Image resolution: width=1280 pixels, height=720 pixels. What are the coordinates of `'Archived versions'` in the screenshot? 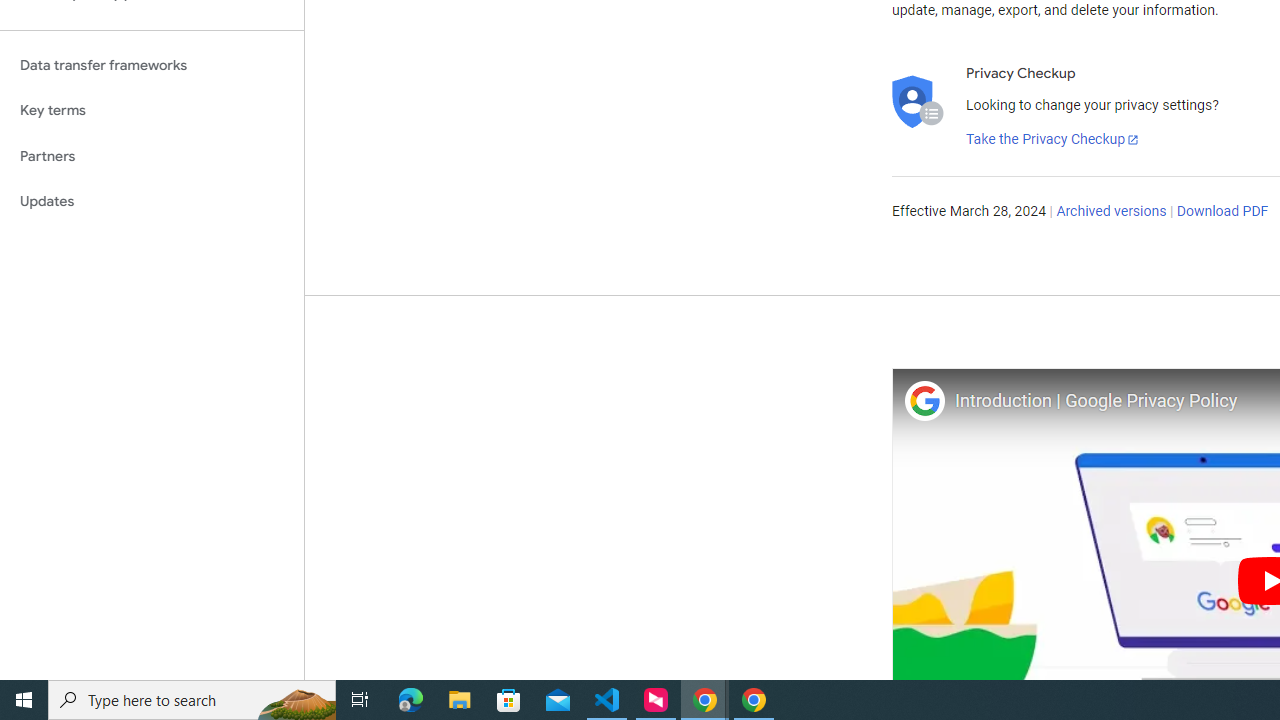 It's located at (1110, 212).